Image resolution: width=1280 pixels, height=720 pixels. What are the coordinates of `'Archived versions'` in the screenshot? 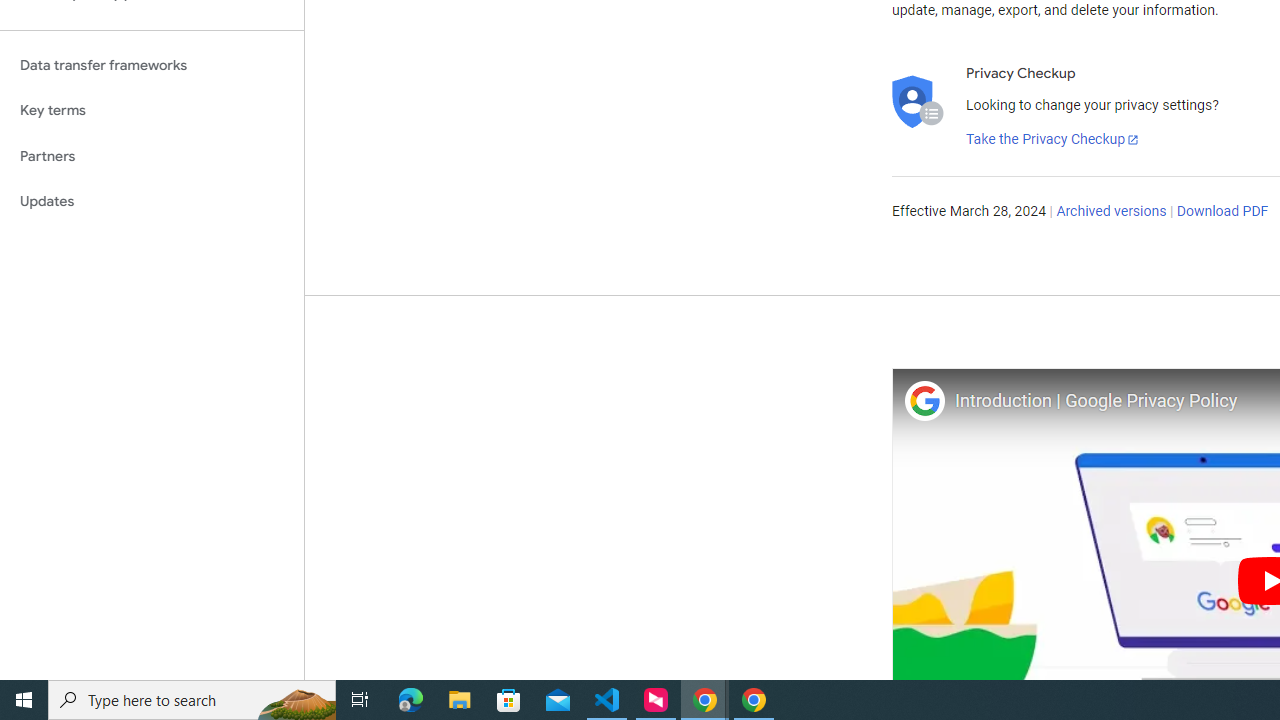 It's located at (1110, 212).